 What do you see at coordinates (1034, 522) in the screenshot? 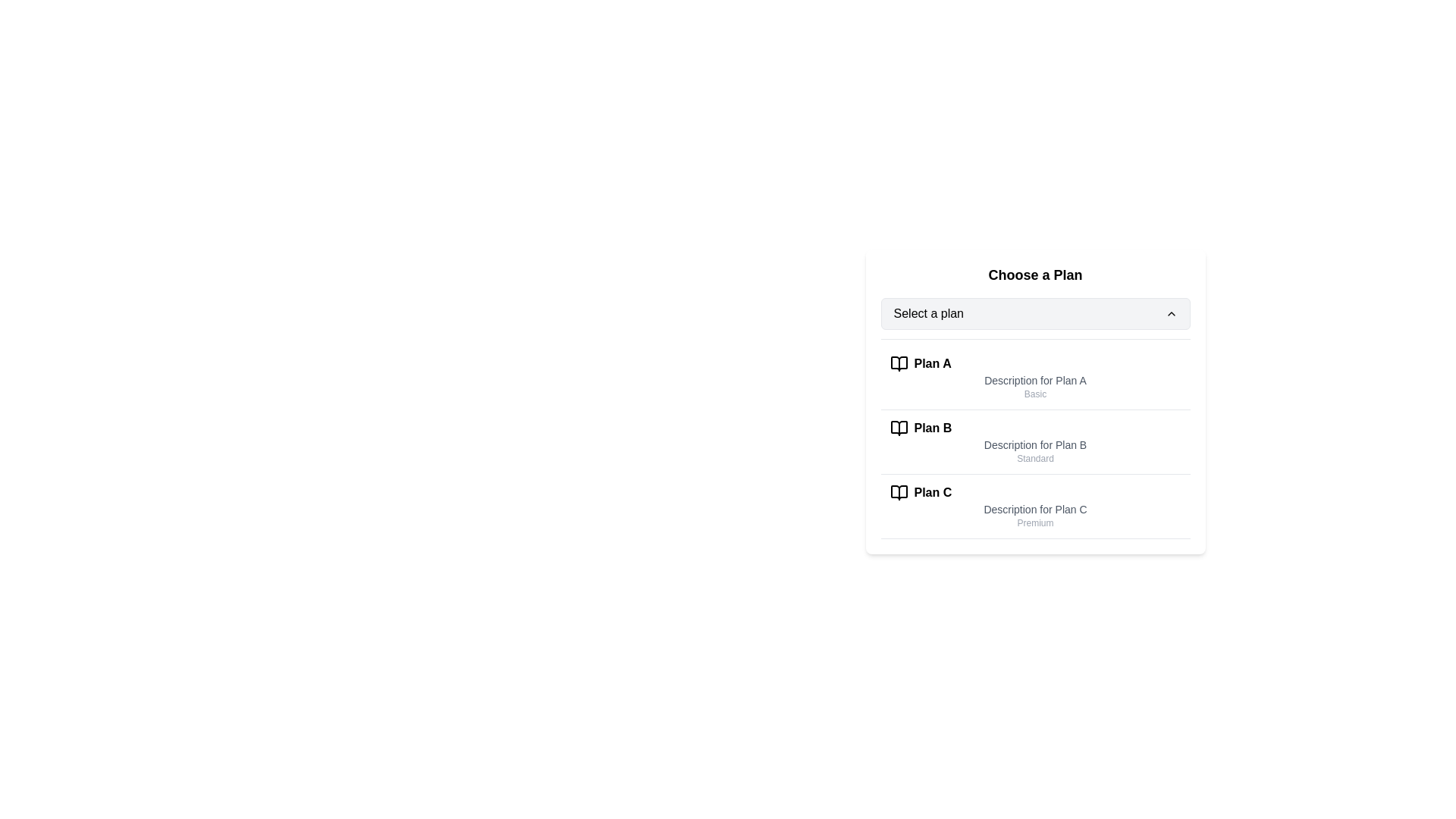
I see `'Premium' text label located under the 'Description for Plan C' in the Plan C section of the plan selection UI` at bounding box center [1034, 522].